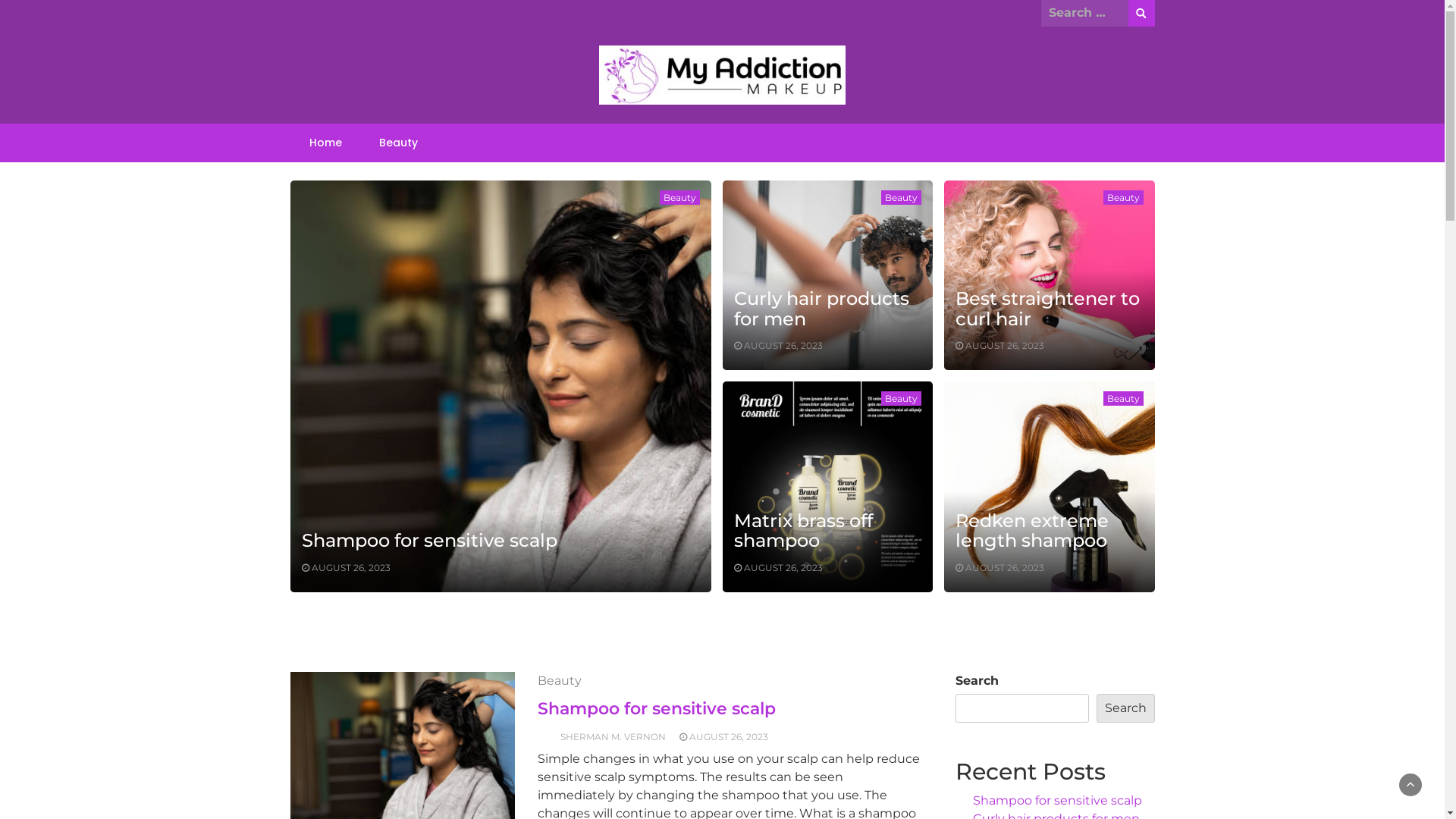 The width and height of the screenshot is (1456, 819). I want to click on 'Beauty', so click(559, 679).